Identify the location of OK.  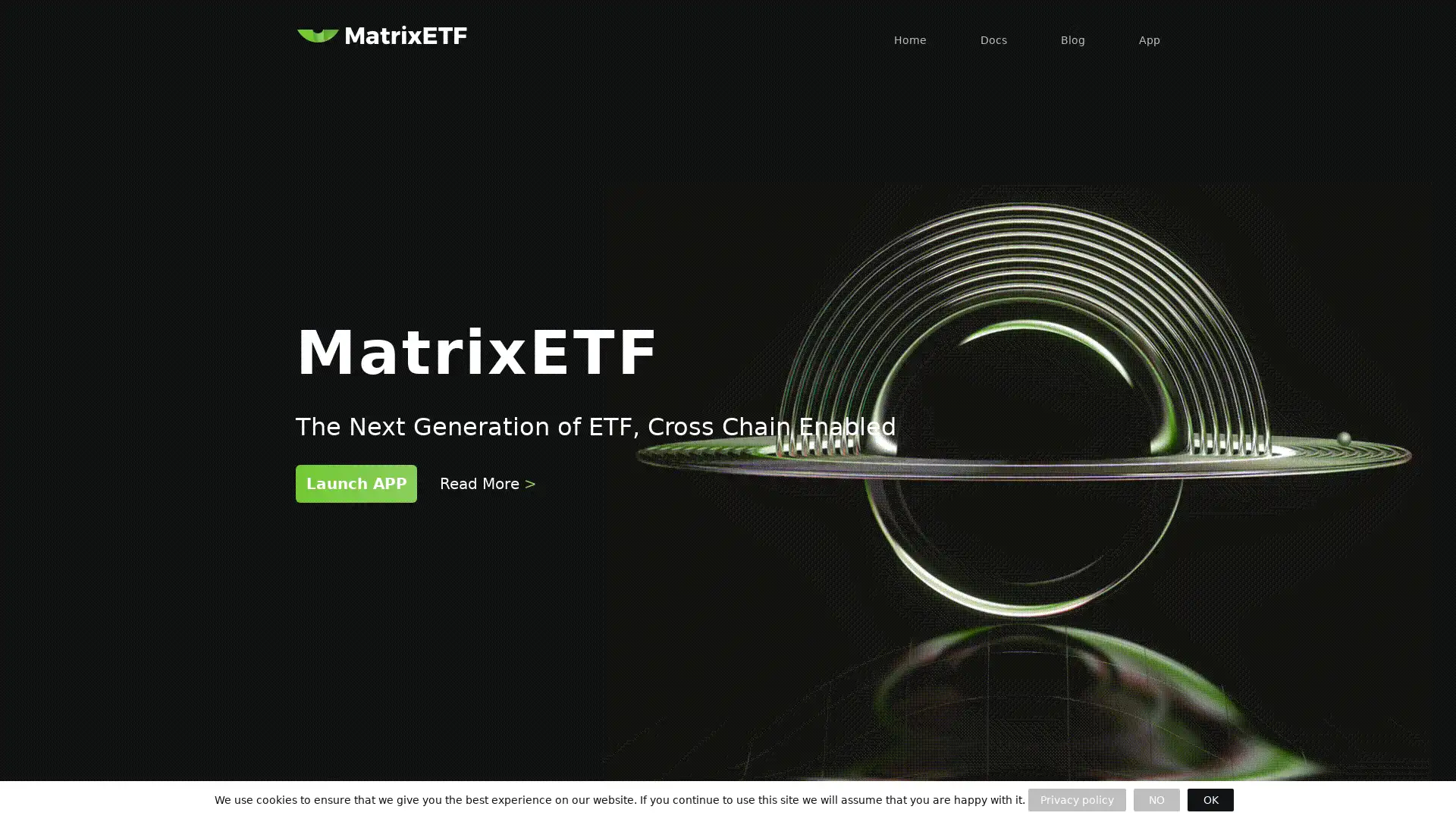
(1210, 799).